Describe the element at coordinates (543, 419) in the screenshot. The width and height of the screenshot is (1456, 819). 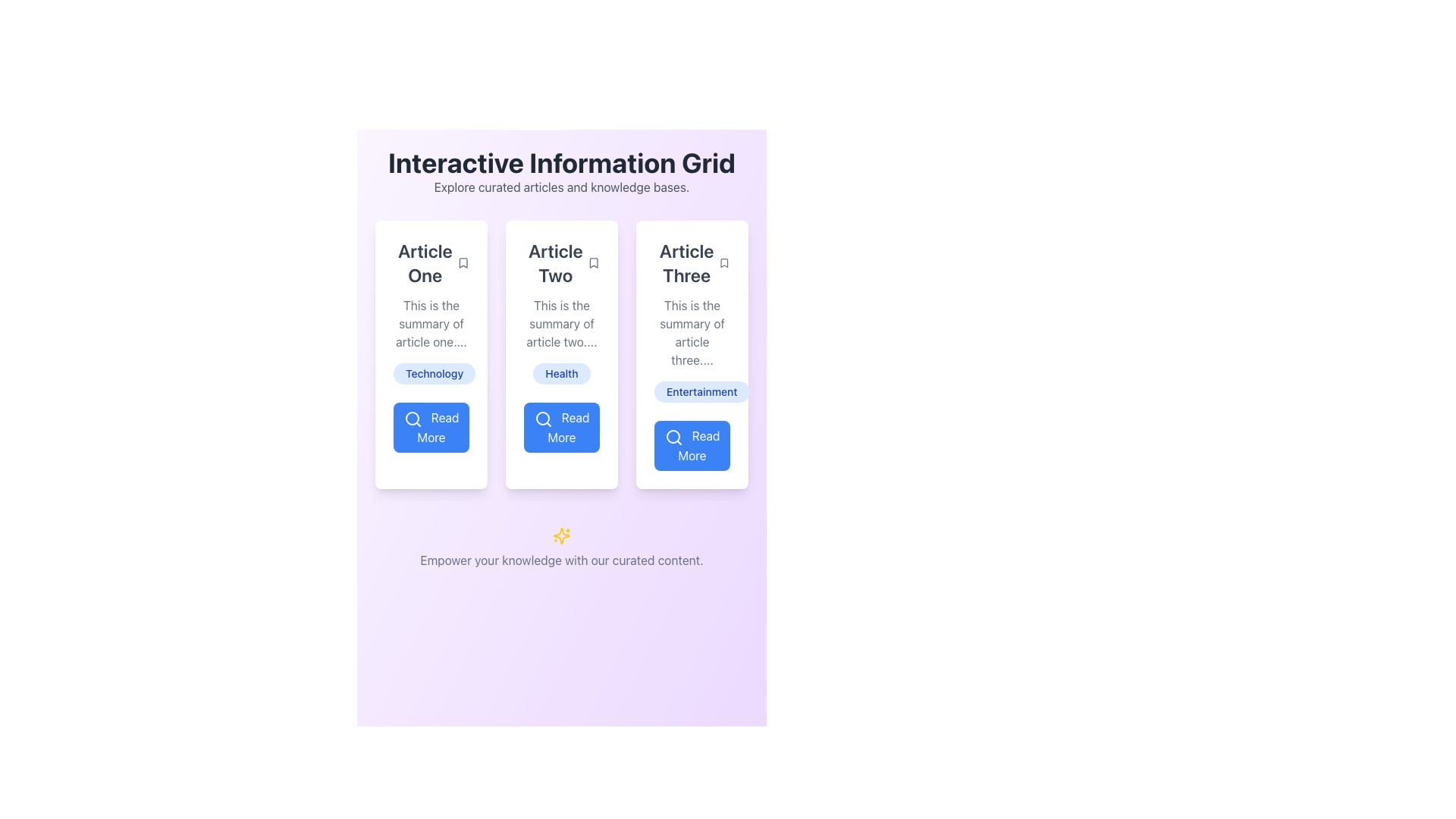
I see `the decorative icon component within the 'Read More' button located under the 'Article Two' section to interact with the button` at that location.